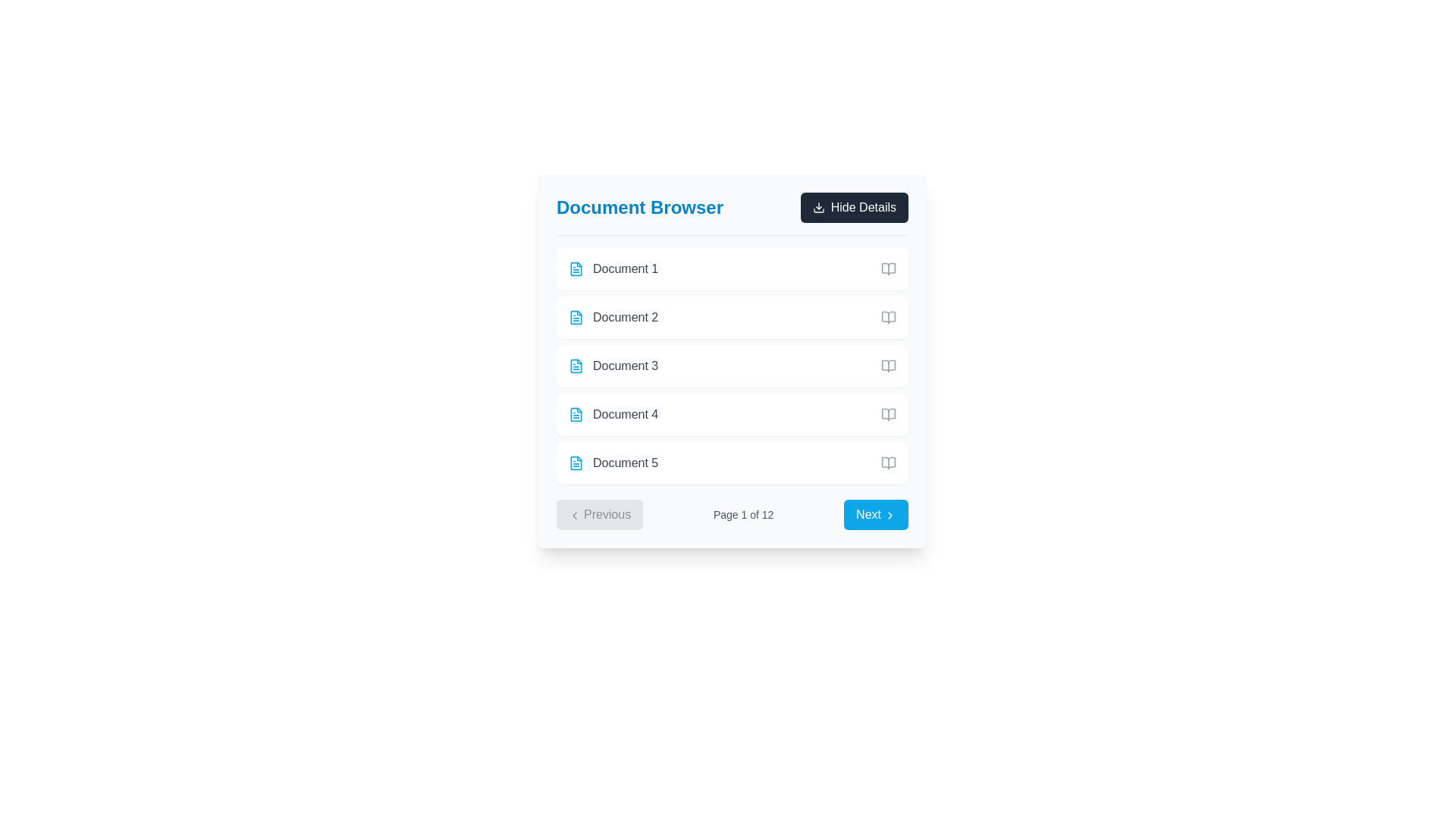 This screenshot has height=819, width=1456. Describe the element at coordinates (888, 366) in the screenshot. I see `the open book icon, which is styled gray and located to the right of 'Document 3'` at that location.